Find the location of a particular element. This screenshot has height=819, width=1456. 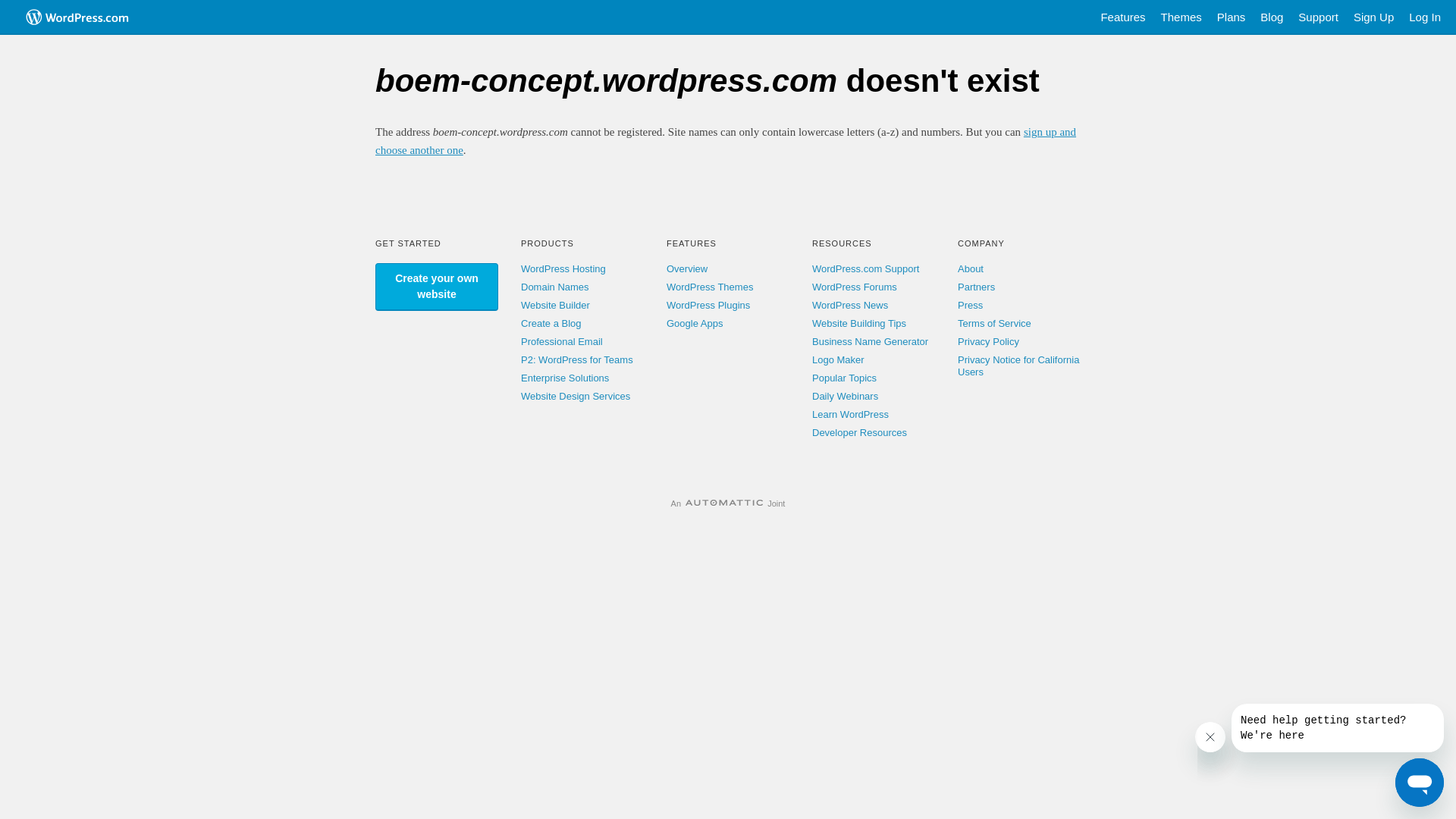

'Automattic' is located at coordinates (684, 503).